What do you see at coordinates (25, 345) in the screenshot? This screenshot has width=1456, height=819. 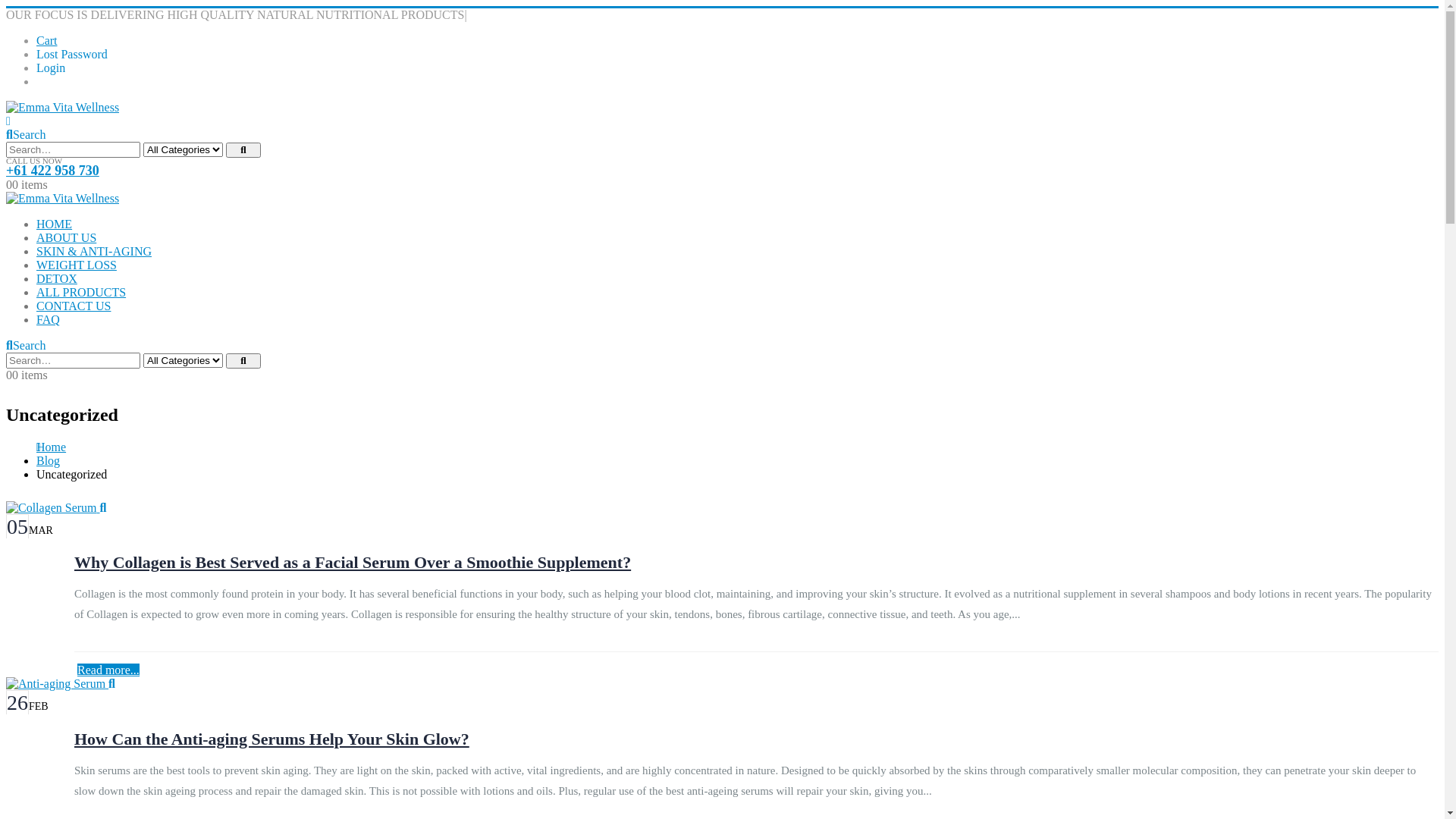 I see `'Search'` at bounding box center [25, 345].